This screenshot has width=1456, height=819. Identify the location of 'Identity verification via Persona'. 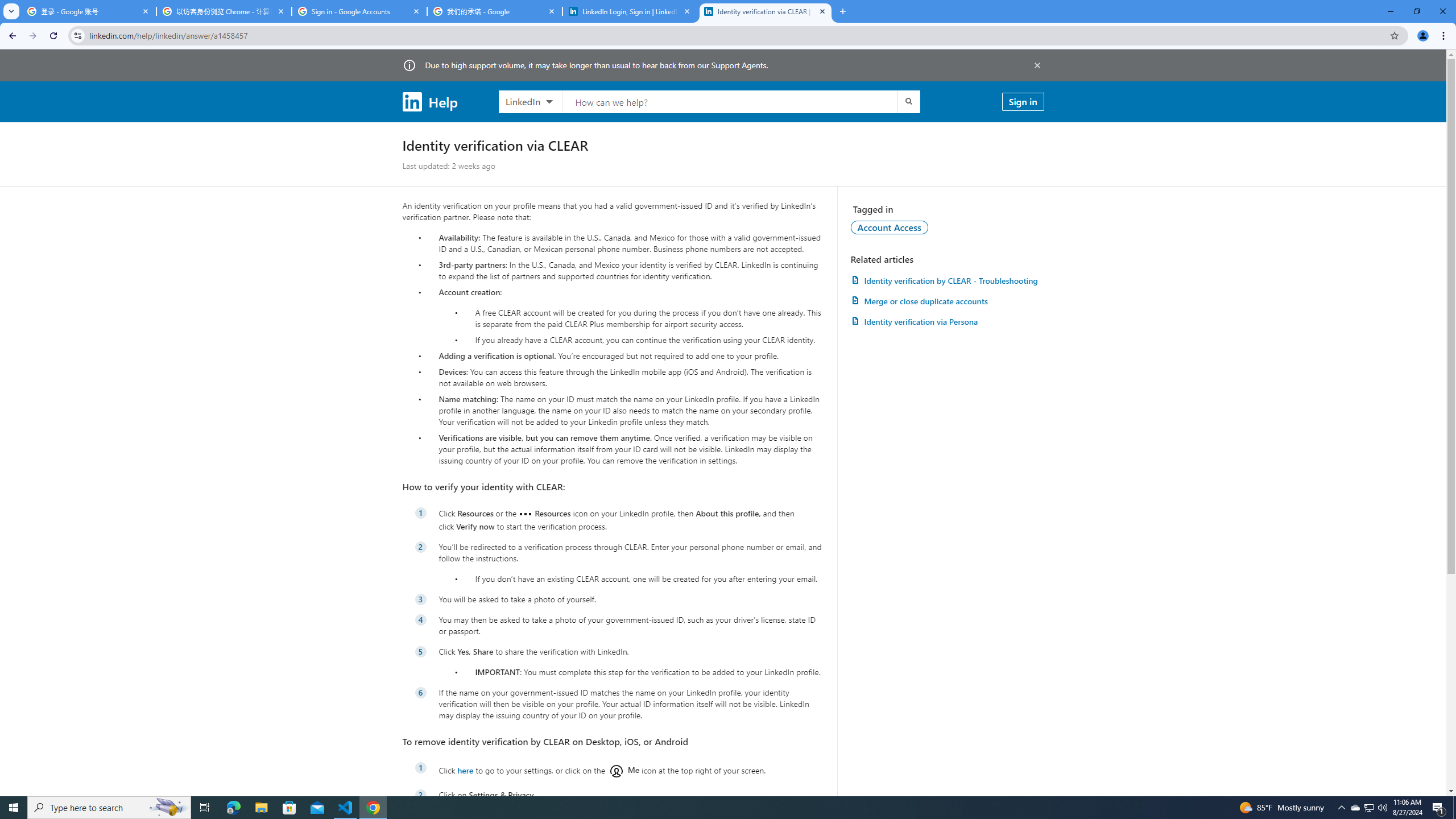
(946, 321).